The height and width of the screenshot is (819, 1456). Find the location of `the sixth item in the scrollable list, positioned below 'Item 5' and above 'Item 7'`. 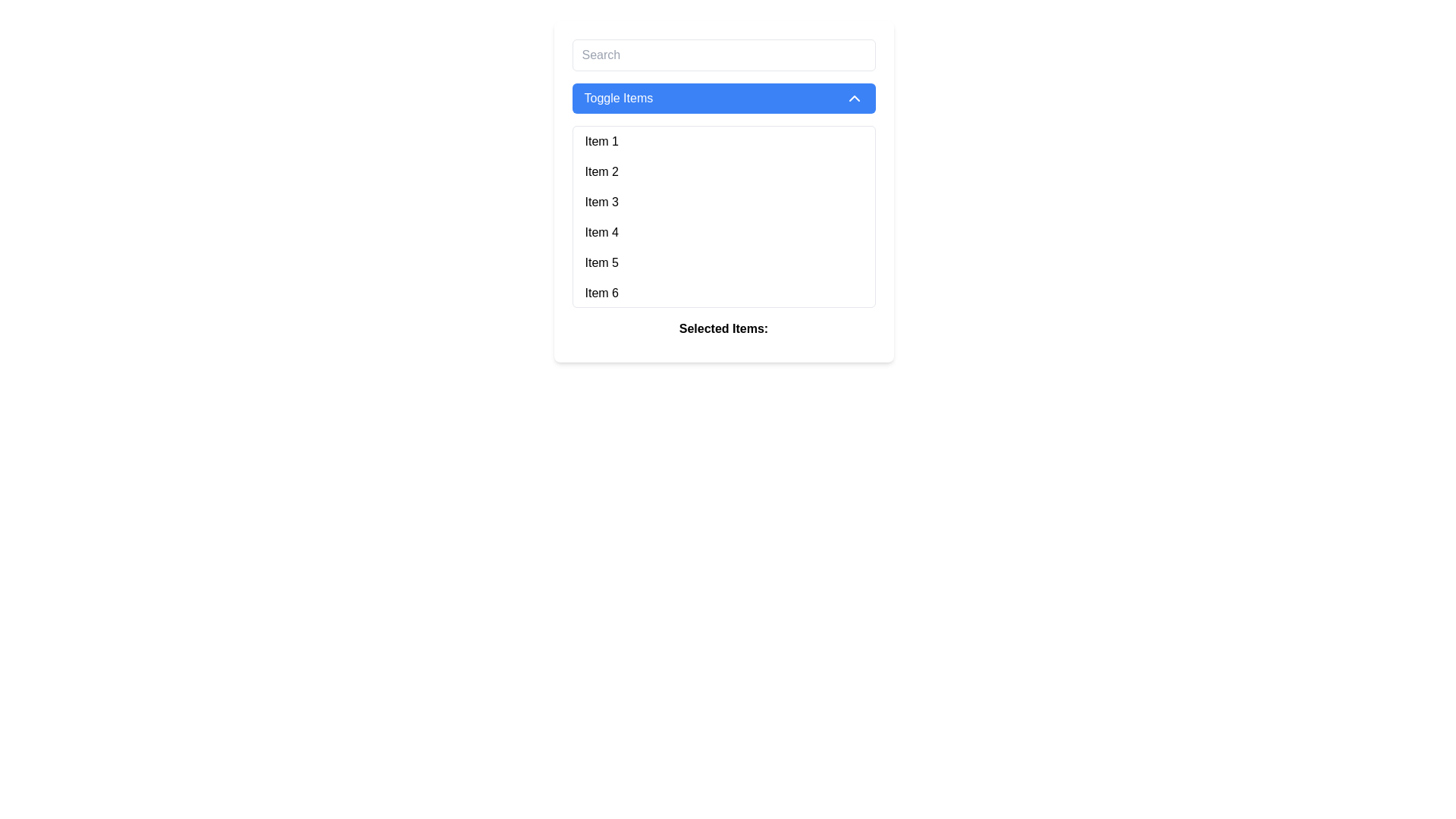

the sixth item in the scrollable list, positioned below 'Item 5' and above 'Item 7' is located at coordinates (723, 293).